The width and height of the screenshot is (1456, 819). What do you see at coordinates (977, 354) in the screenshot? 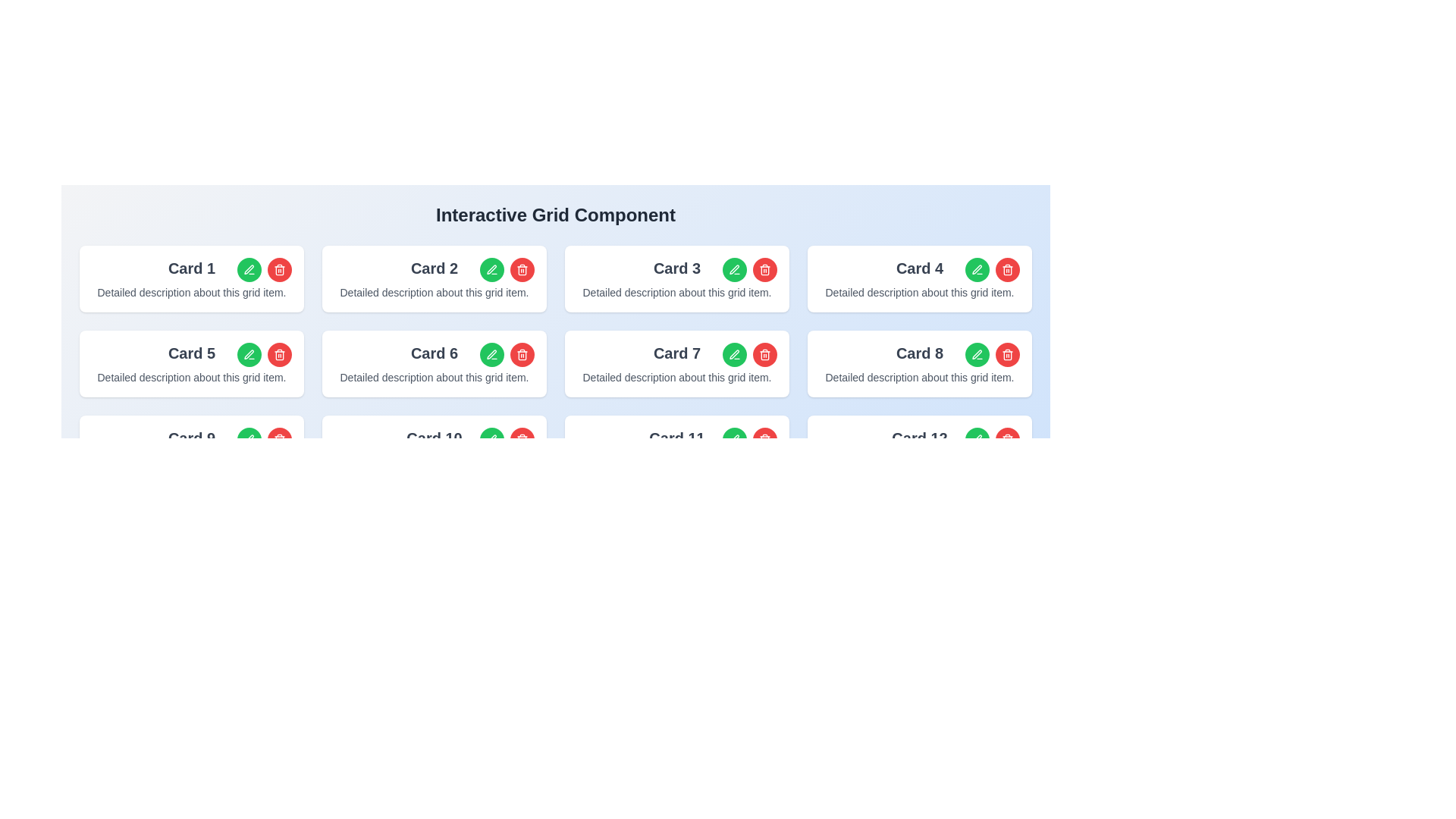
I see `the pen-shaped icon button with a green circular background located in Card 8, to the left of the red trash bin icon` at bounding box center [977, 354].